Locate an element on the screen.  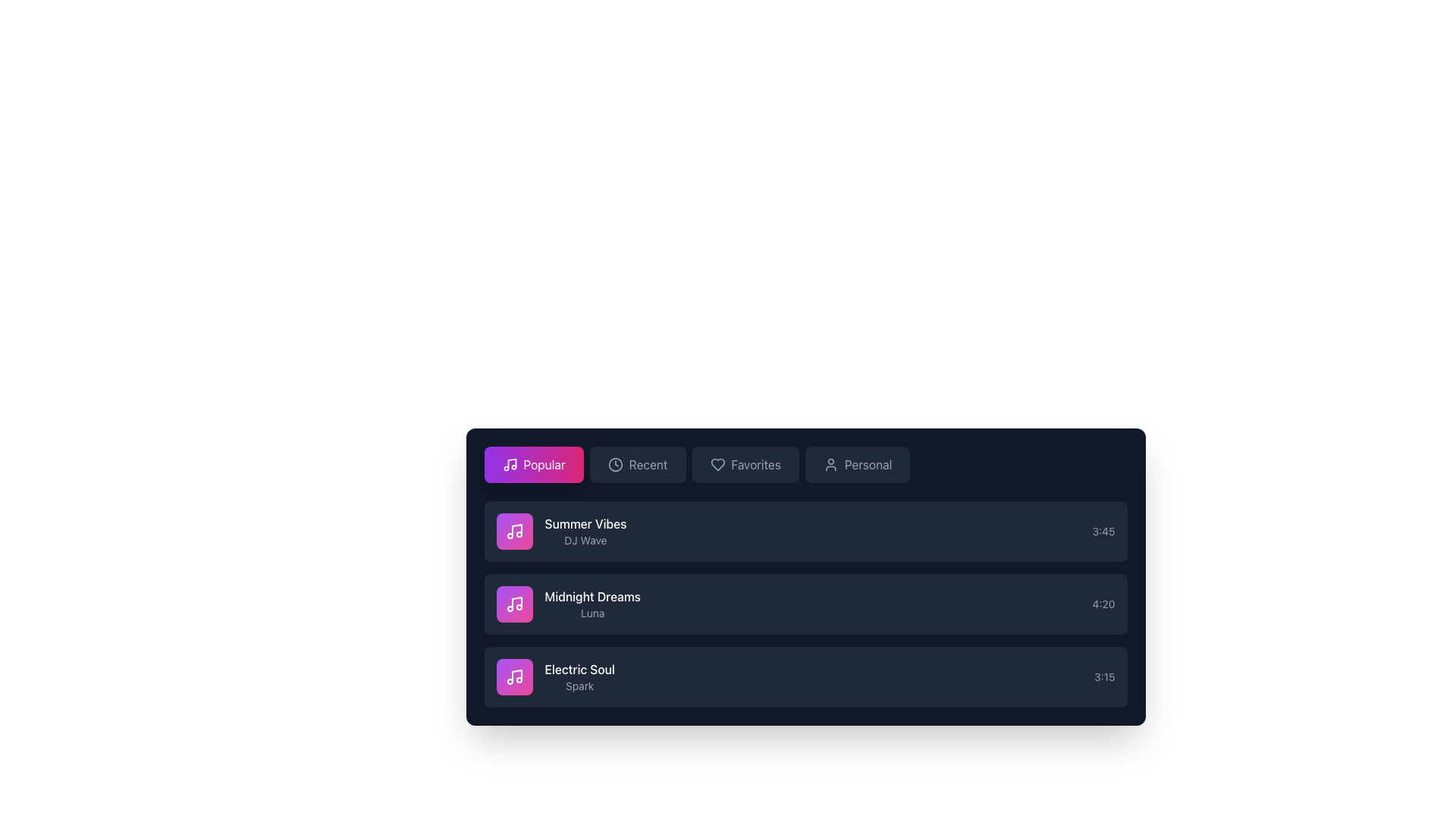
the informational text label providing additional context for the entry 'Electric Soul', located under the bold text and next to a pink music icon is located at coordinates (579, 686).